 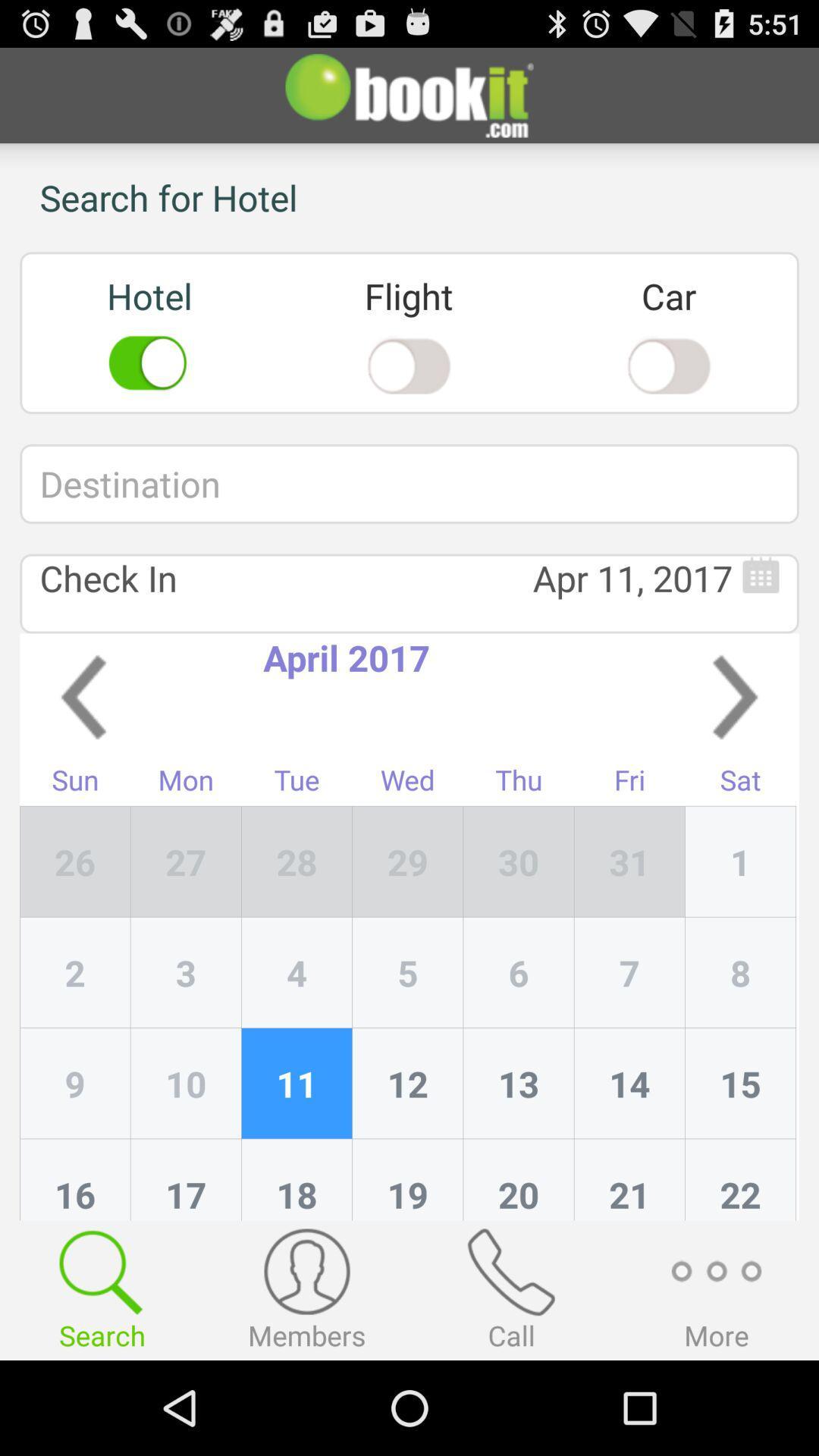 What do you see at coordinates (518, 1083) in the screenshot?
I see `the icon next to 7` at bounding box center [518, 1083].